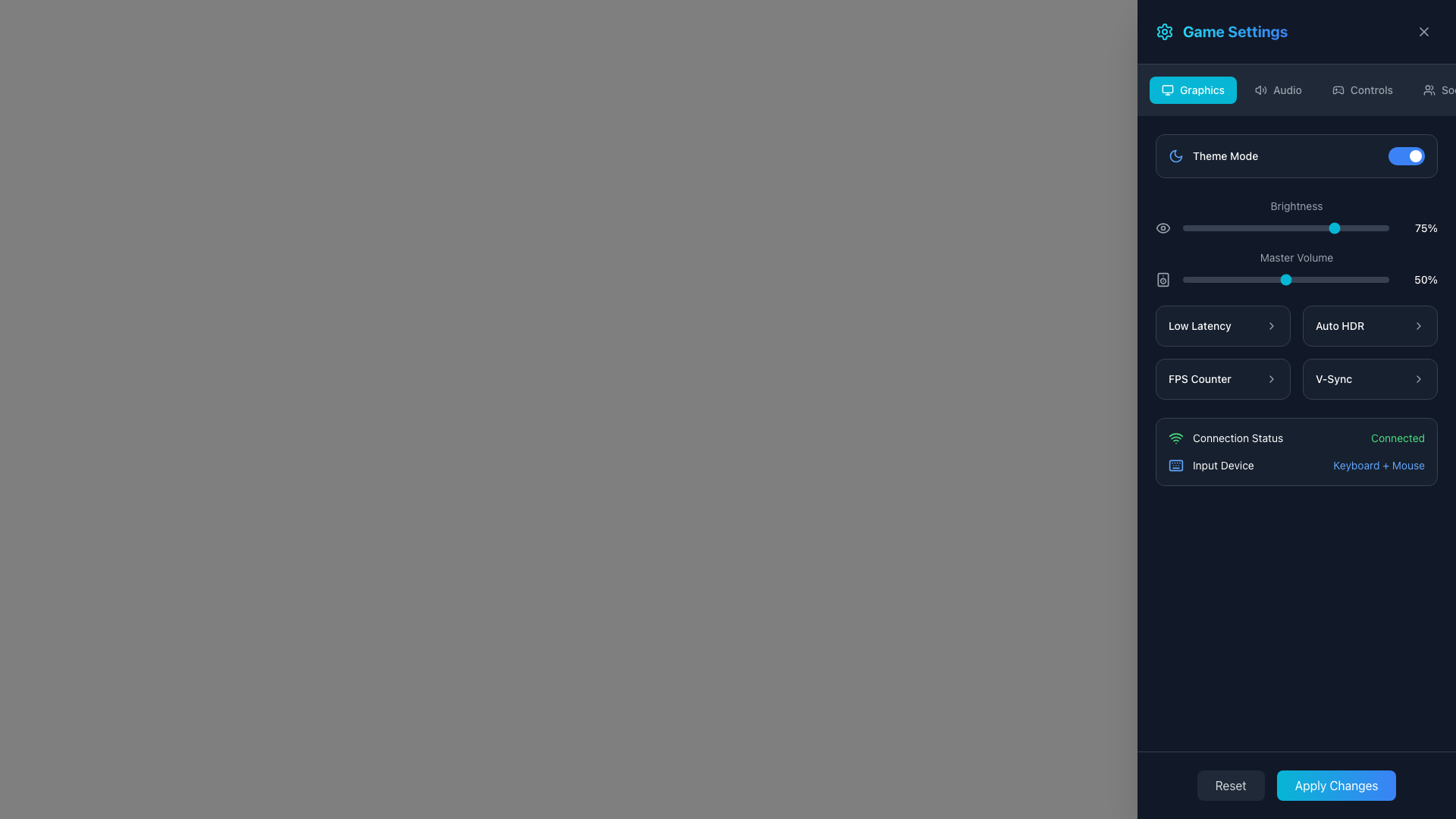 Image resolution: width=1456 pixels, height=819 pixels. Describe the element at coordinates (1222, 280) in the screenshot. I see `the master volume` at that location.